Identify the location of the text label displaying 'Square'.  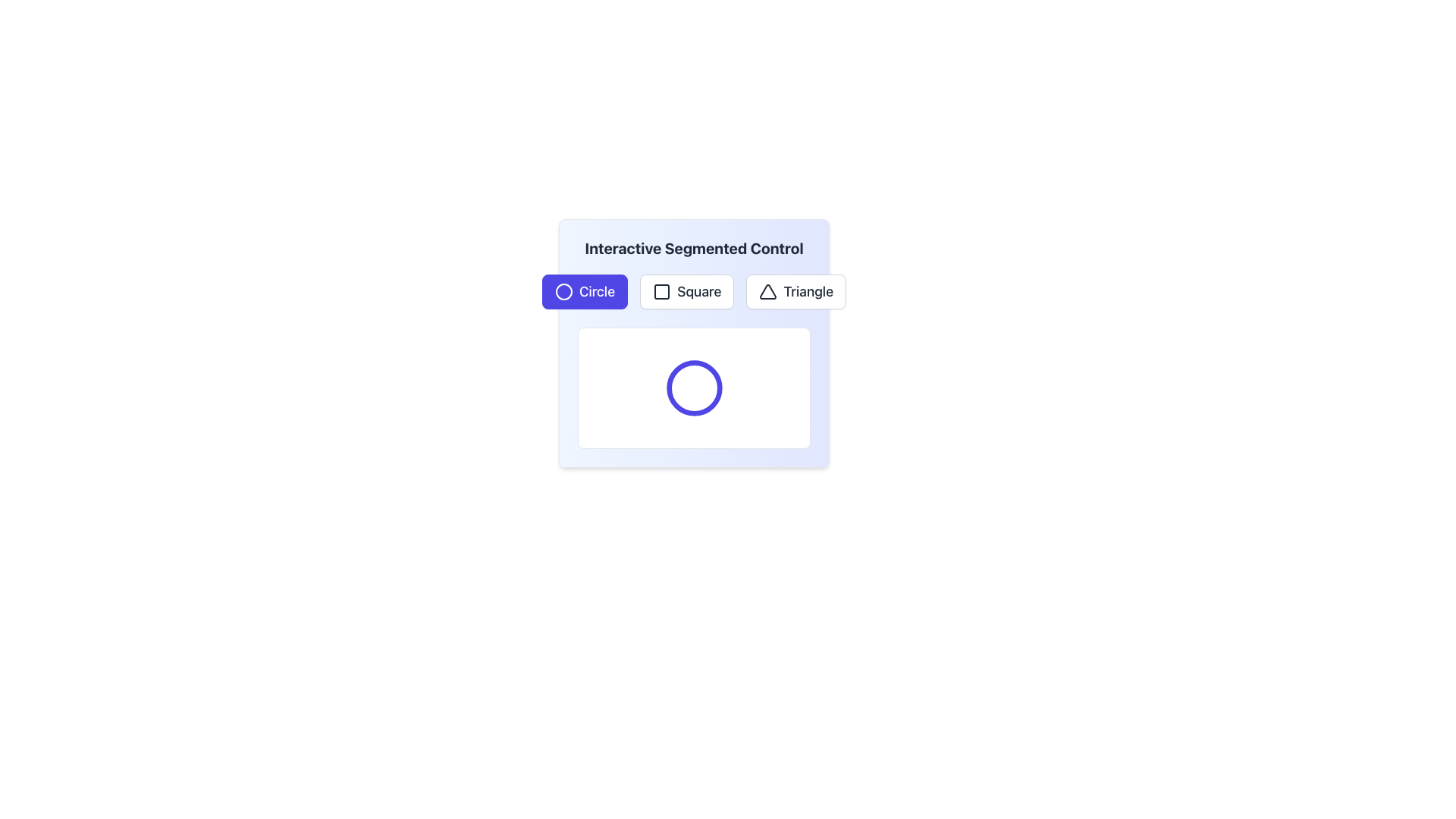
(698, 292).